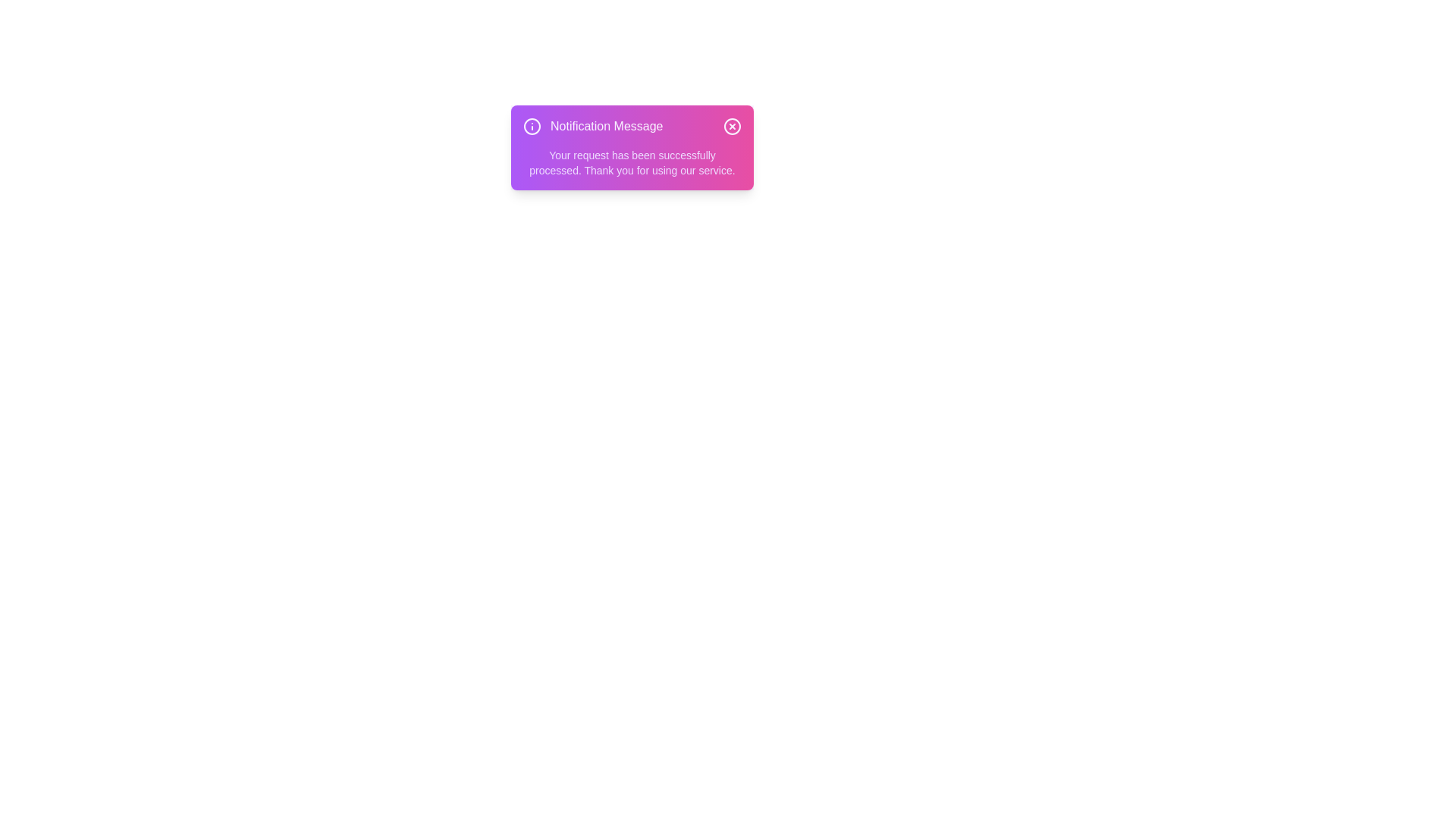 The height and width of the screenshot is (819, 1456). I want to click on the close notification icon located in the top-right corner of the notification card, so click(732, 125).